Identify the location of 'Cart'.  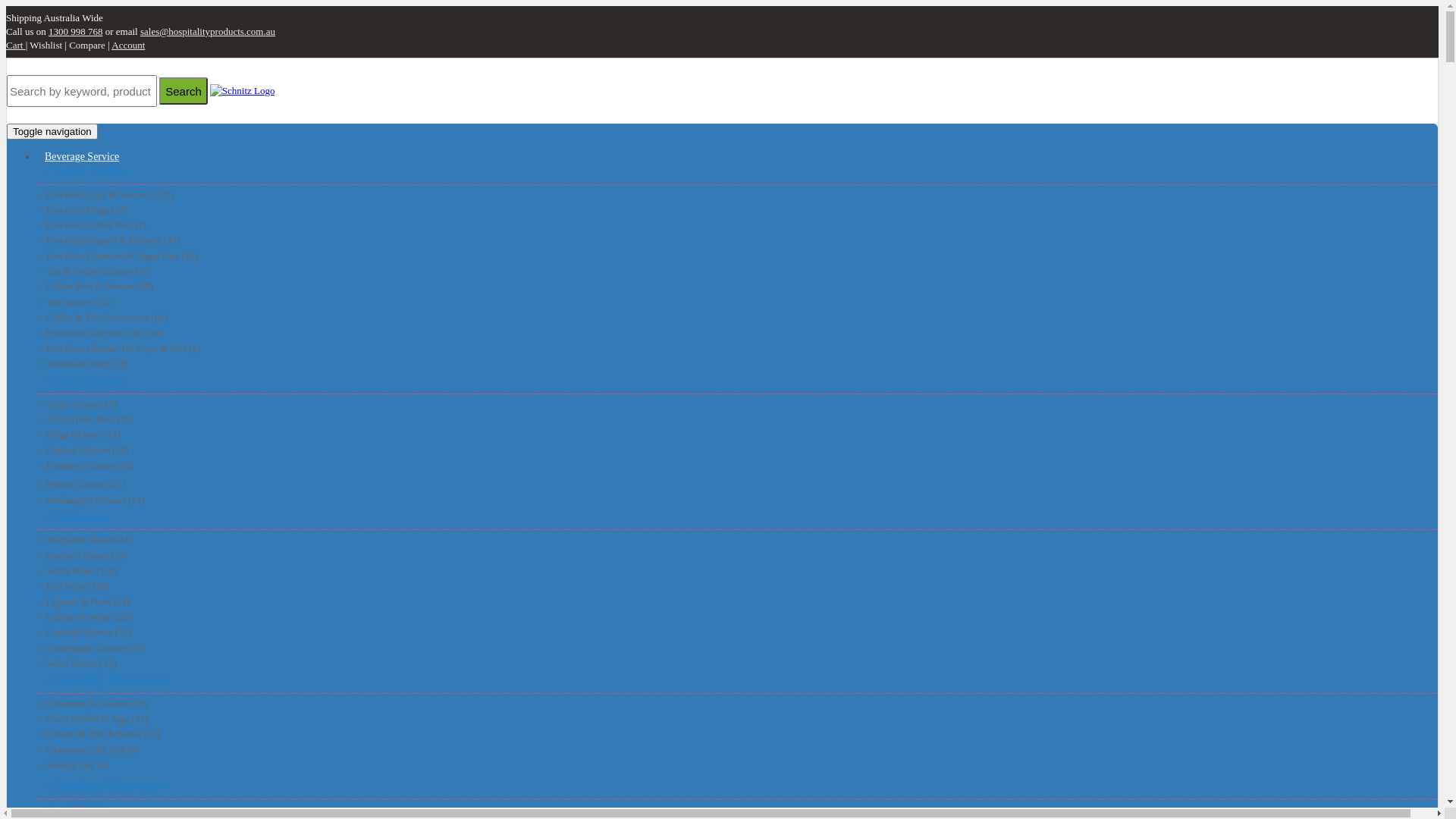
(15, 44).